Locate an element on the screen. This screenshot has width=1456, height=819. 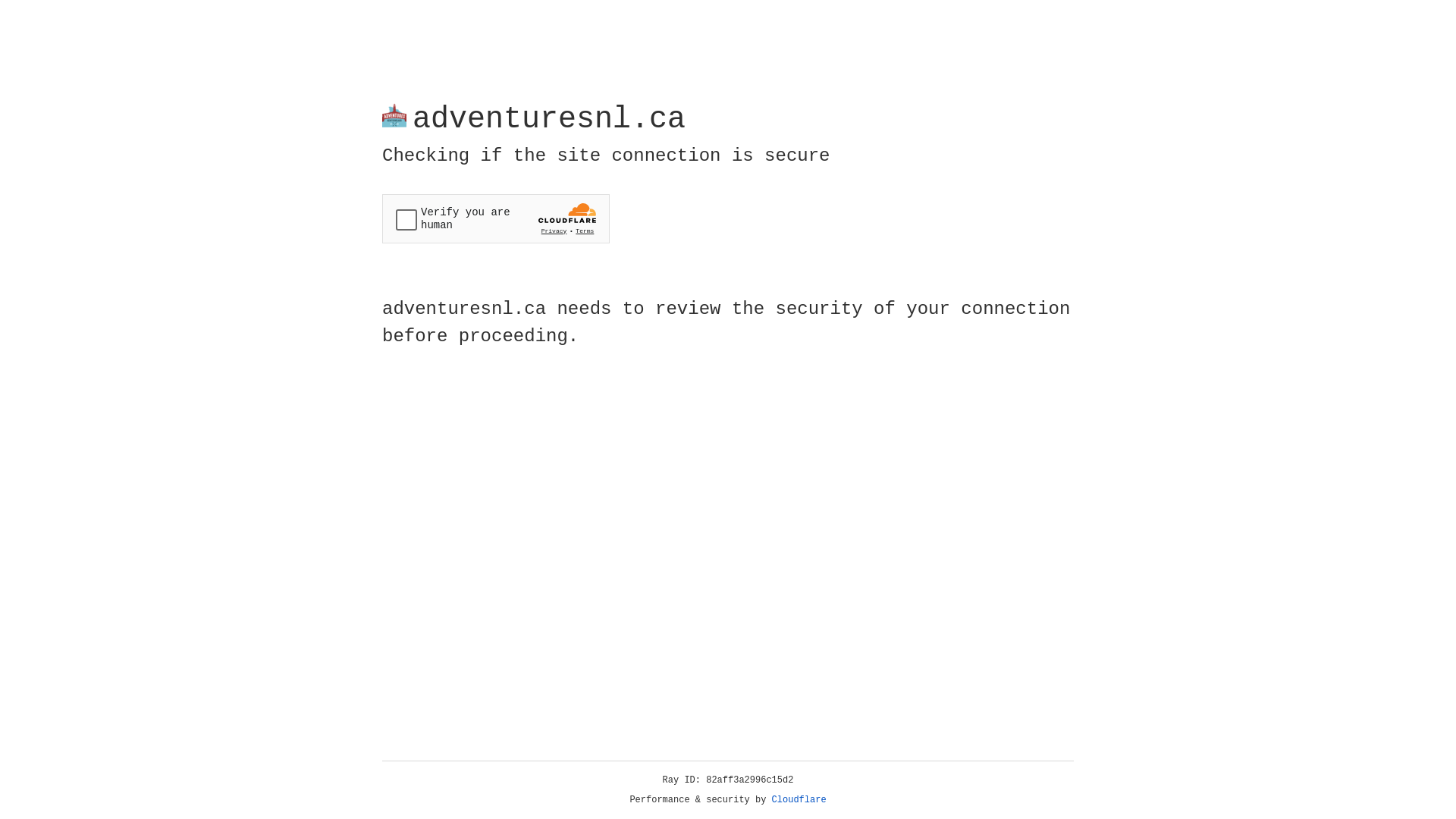
'Widget containing a Cloudflare security challenge' is located at coordinates (495, 218).